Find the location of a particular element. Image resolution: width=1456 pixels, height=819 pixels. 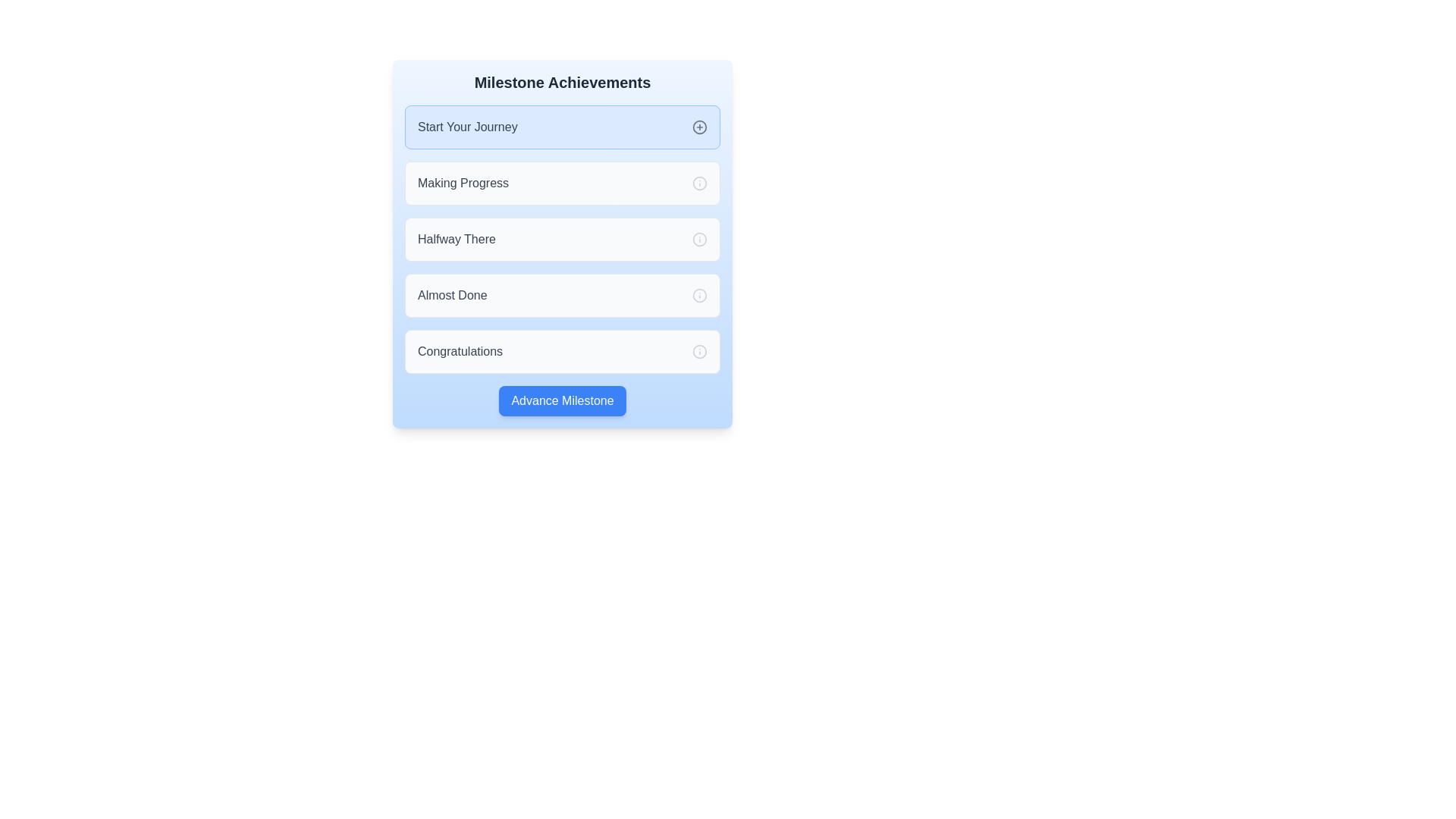

the rectangular button with a blue background and white text that reads 'Advance Milestone', located at the bottom of the 'Milestone Achievements' card is located at coordinates (562, 400).